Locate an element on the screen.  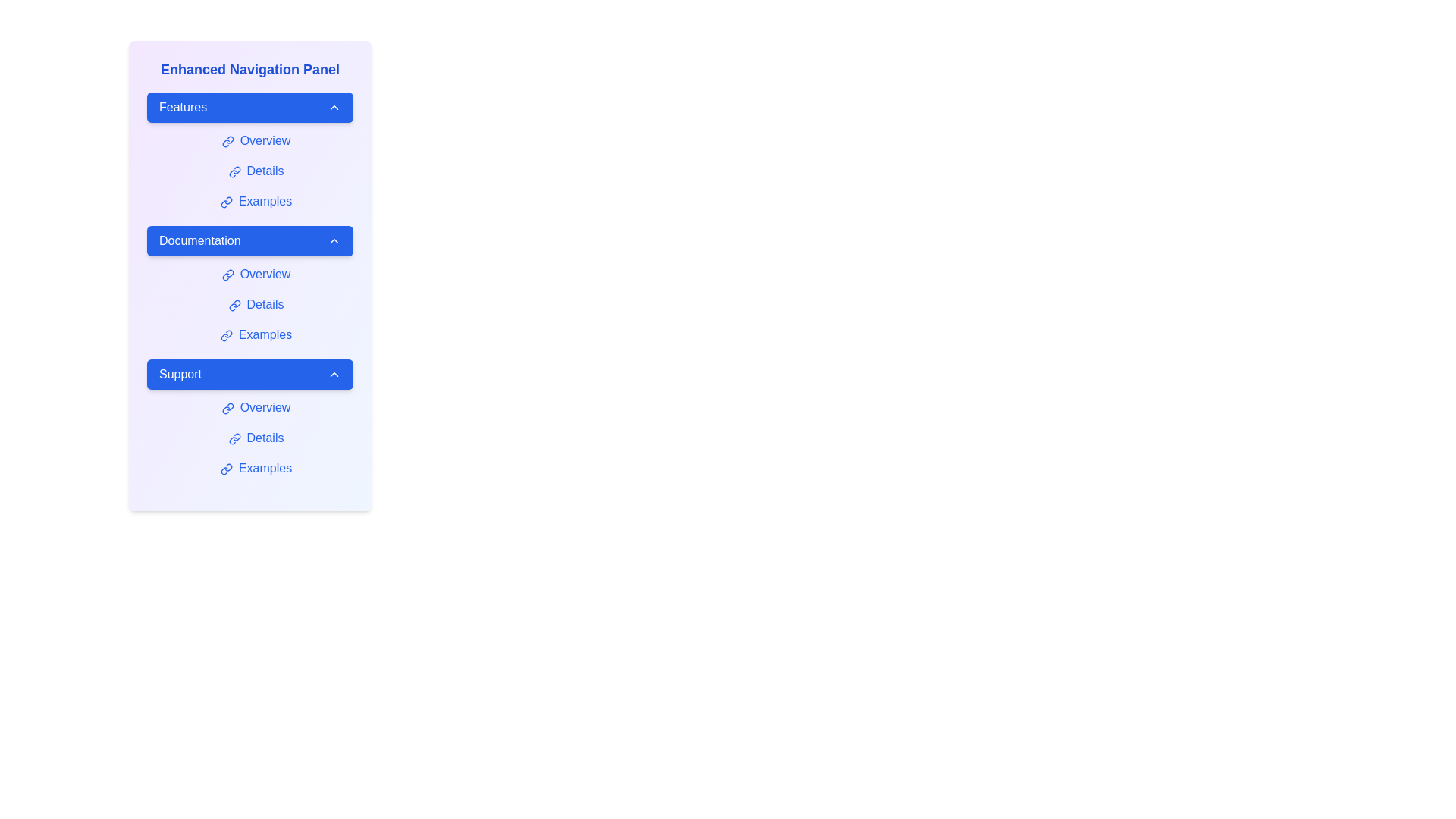
the 'Overview' hyperlink in the Documentation section is located at coordinates (256, 275).